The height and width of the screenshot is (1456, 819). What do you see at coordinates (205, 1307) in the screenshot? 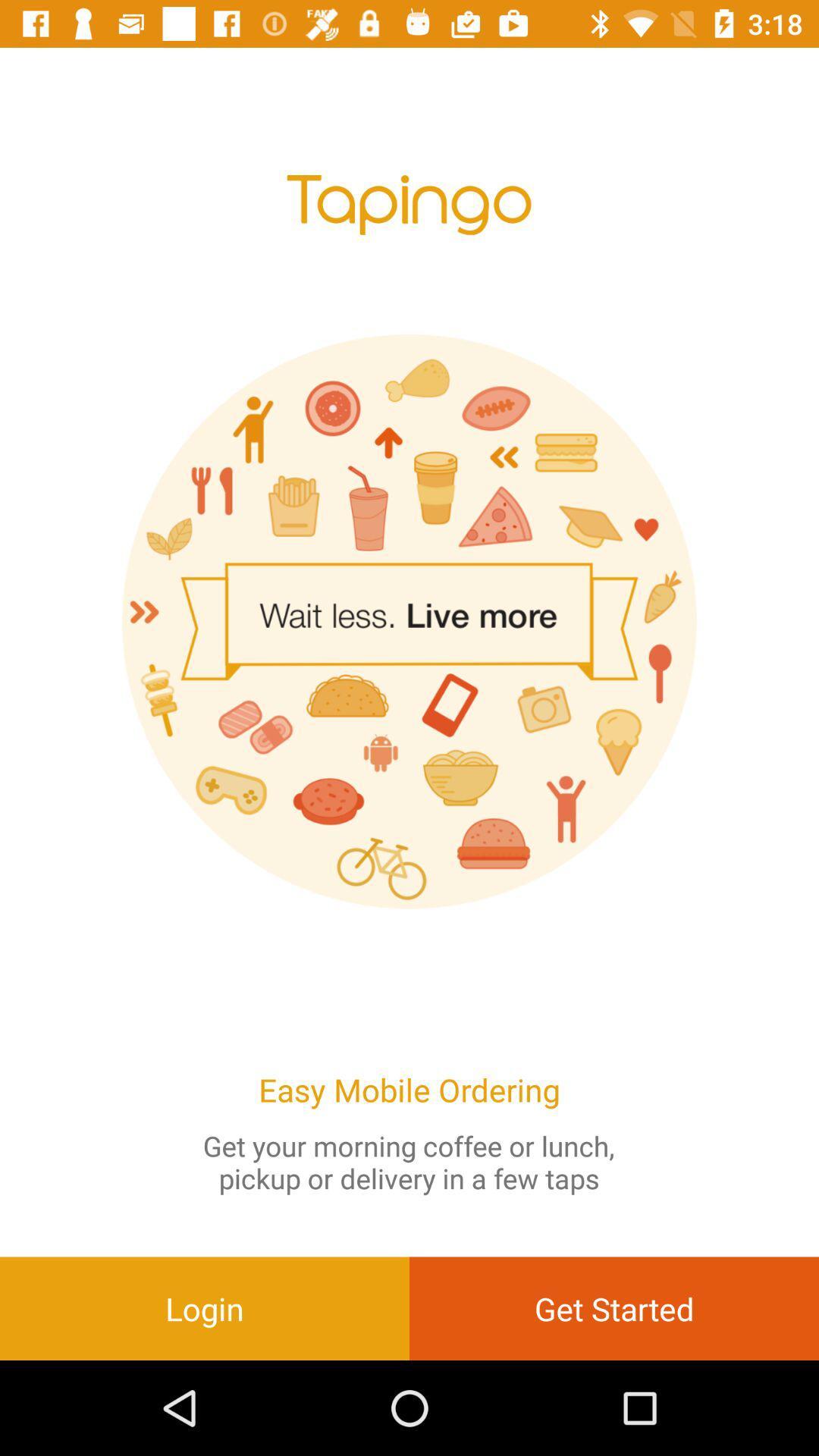
I see `icon next to get started item` at bounding box center [205, 1307].